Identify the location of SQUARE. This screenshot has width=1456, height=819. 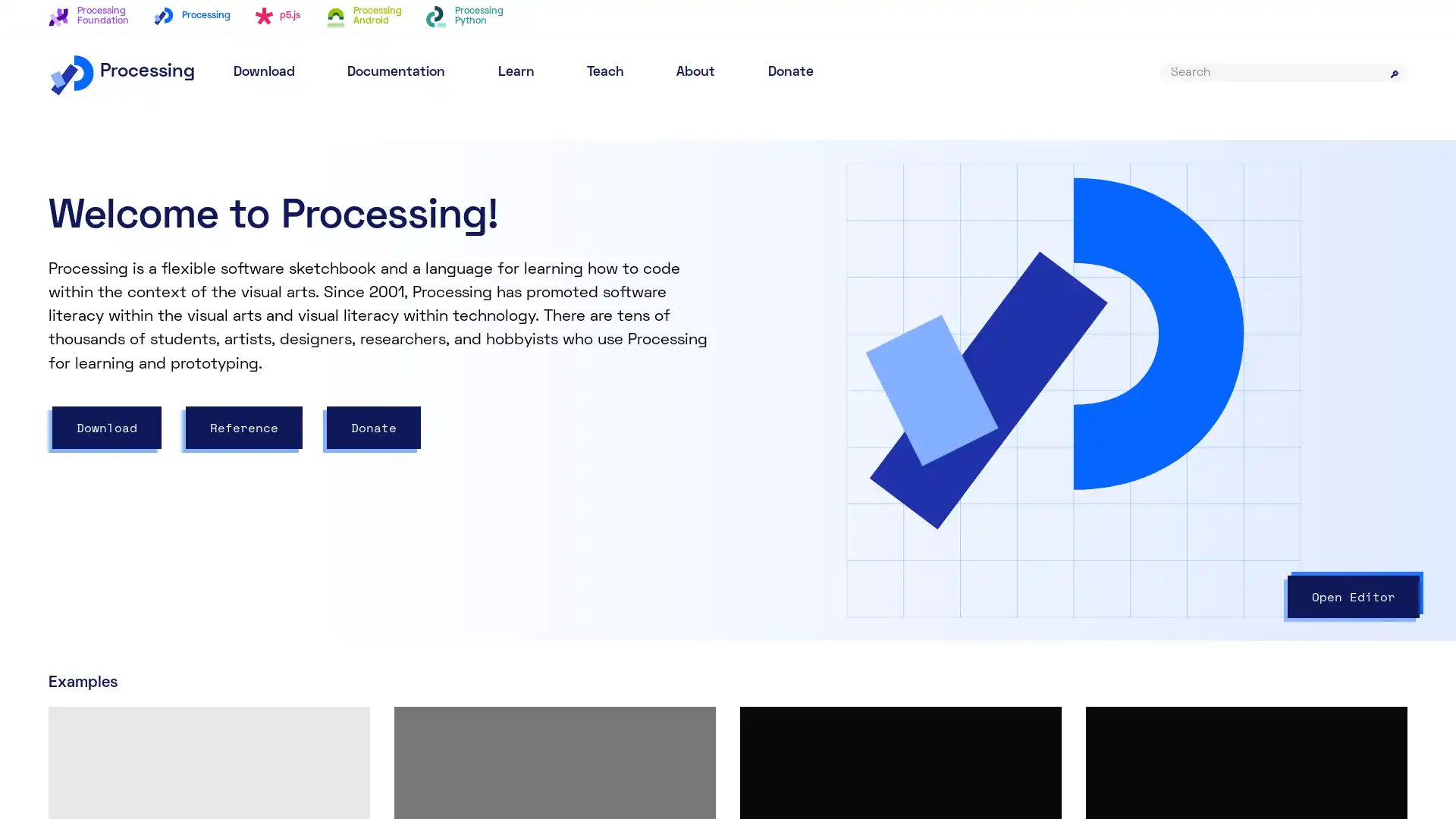
(860, 346).